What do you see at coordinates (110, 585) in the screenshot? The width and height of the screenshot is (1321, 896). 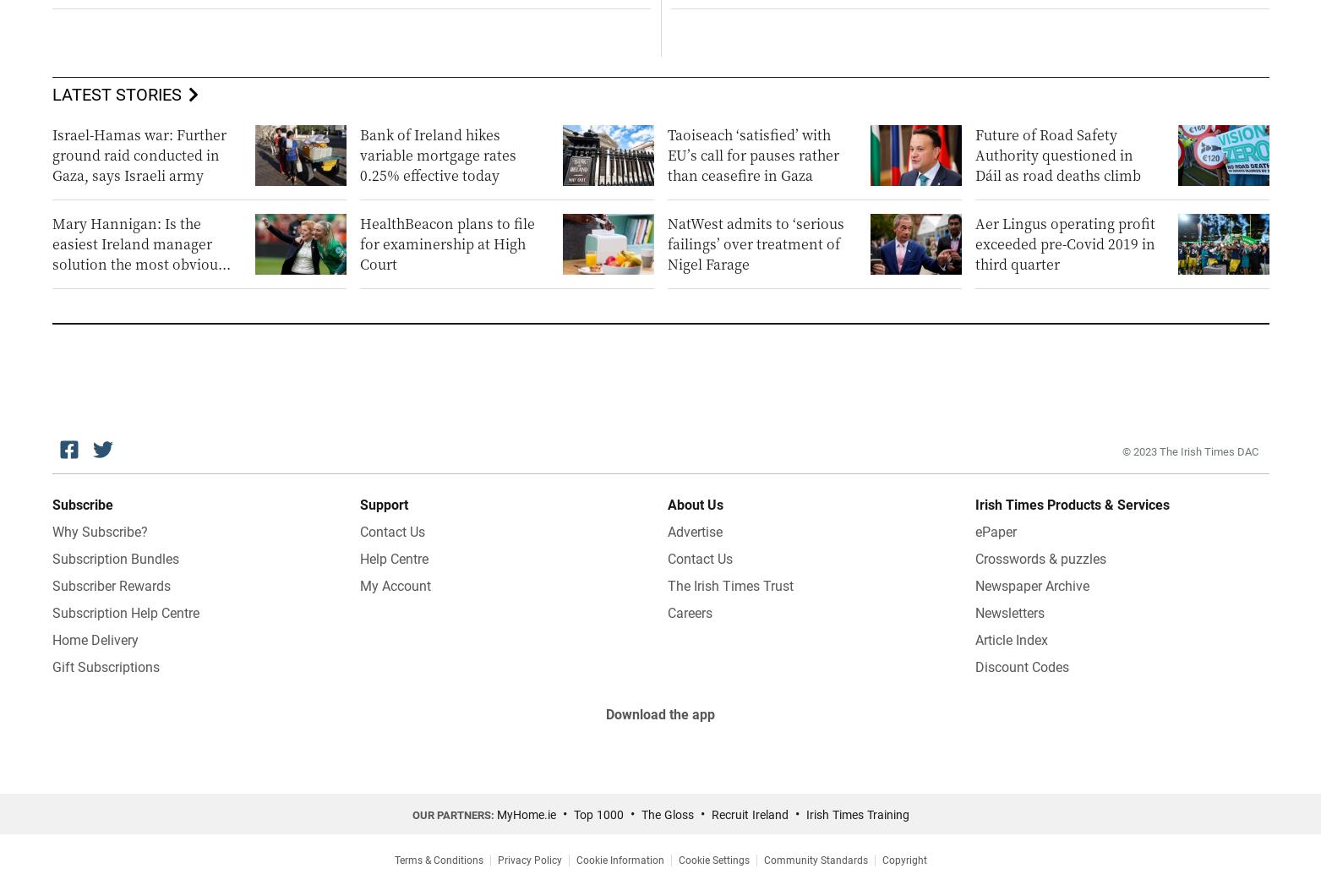 I see `'Subscriber Rewards'` at bounding box center [110, 585].